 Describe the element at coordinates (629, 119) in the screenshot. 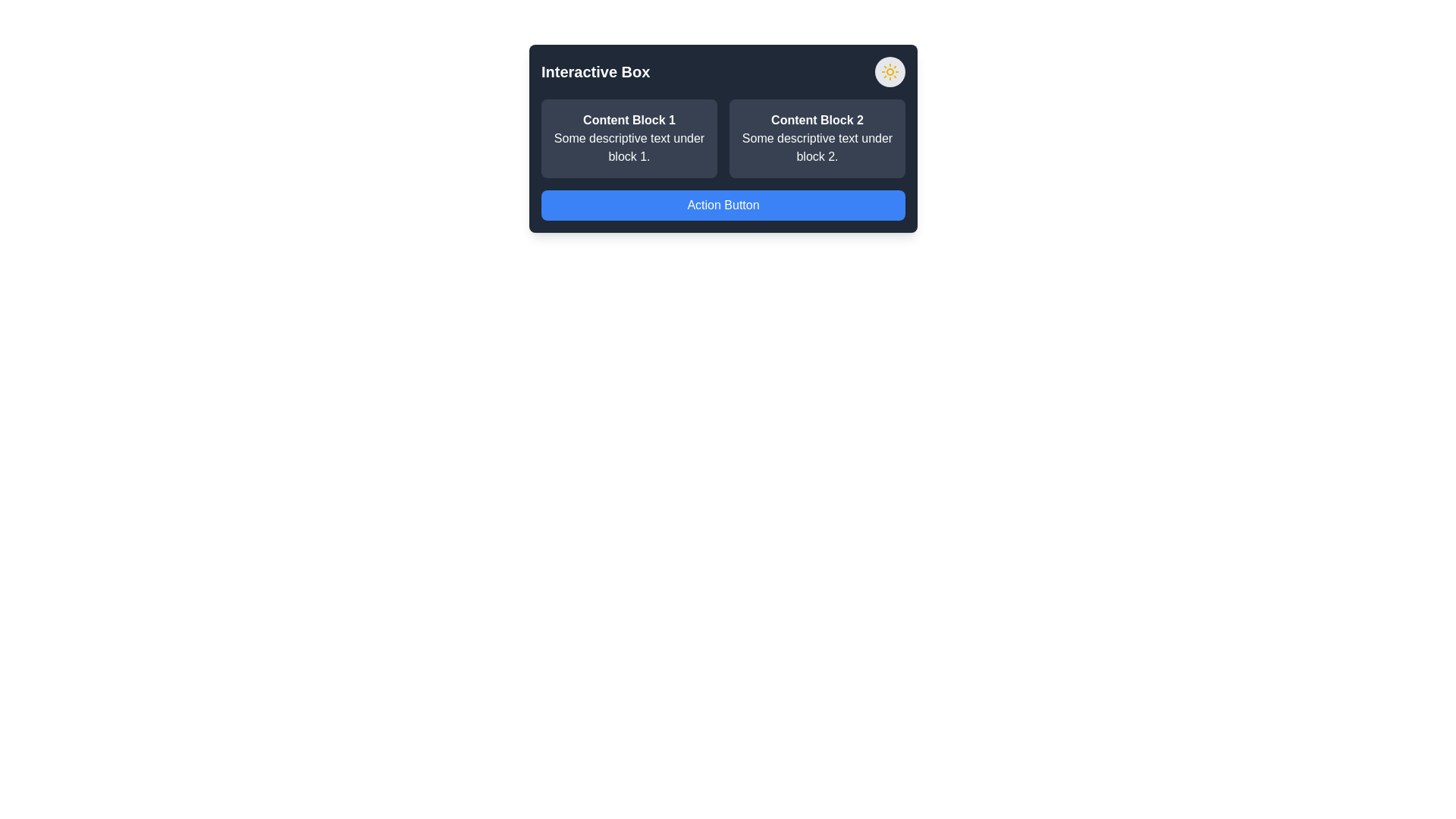

I see `the Text Label, which serves as the heading for the left gray block under the 'Interactive Box' heading, positioned at the top of the block` at that location.